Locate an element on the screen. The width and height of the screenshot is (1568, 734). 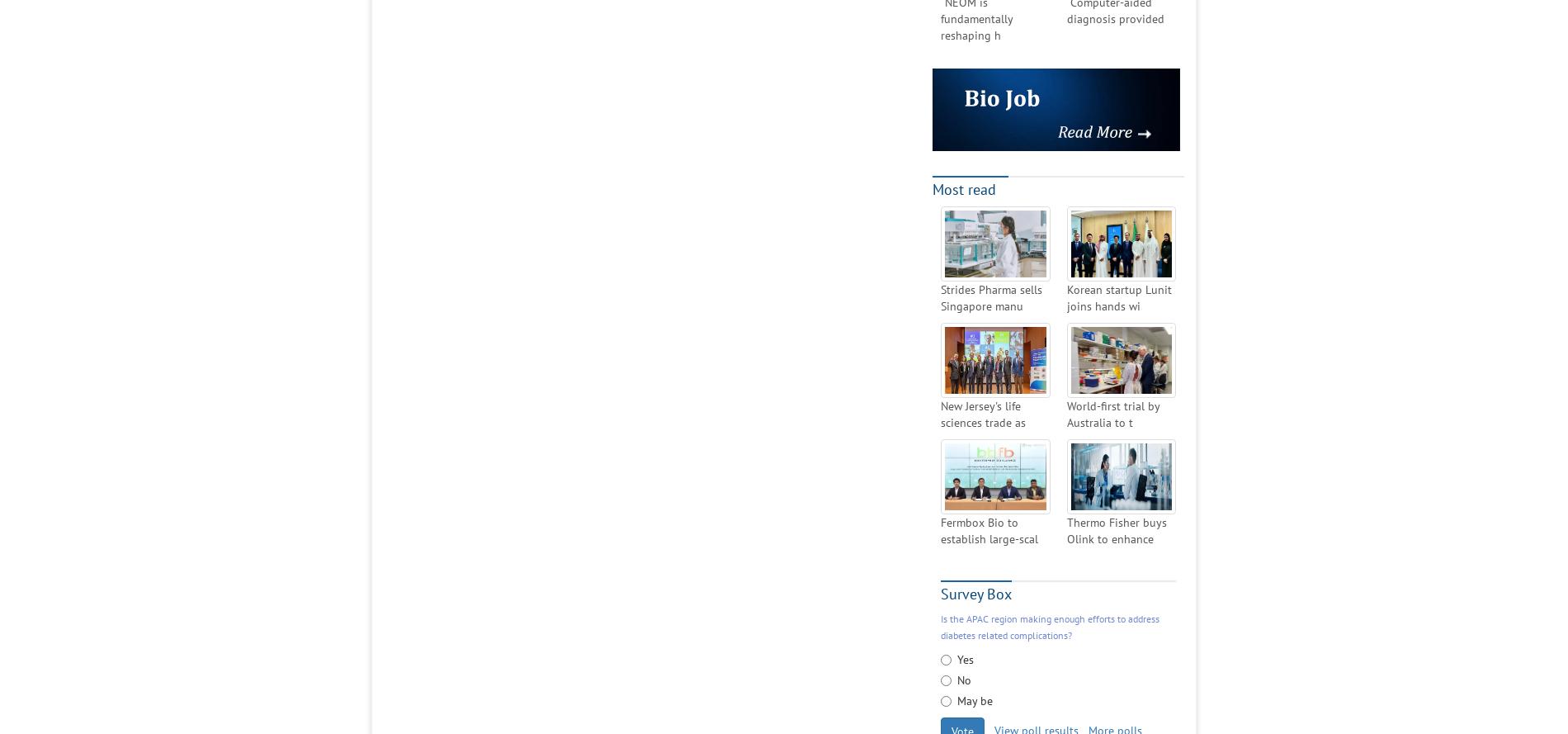
'Most read' is located at coordinates (964, 187).